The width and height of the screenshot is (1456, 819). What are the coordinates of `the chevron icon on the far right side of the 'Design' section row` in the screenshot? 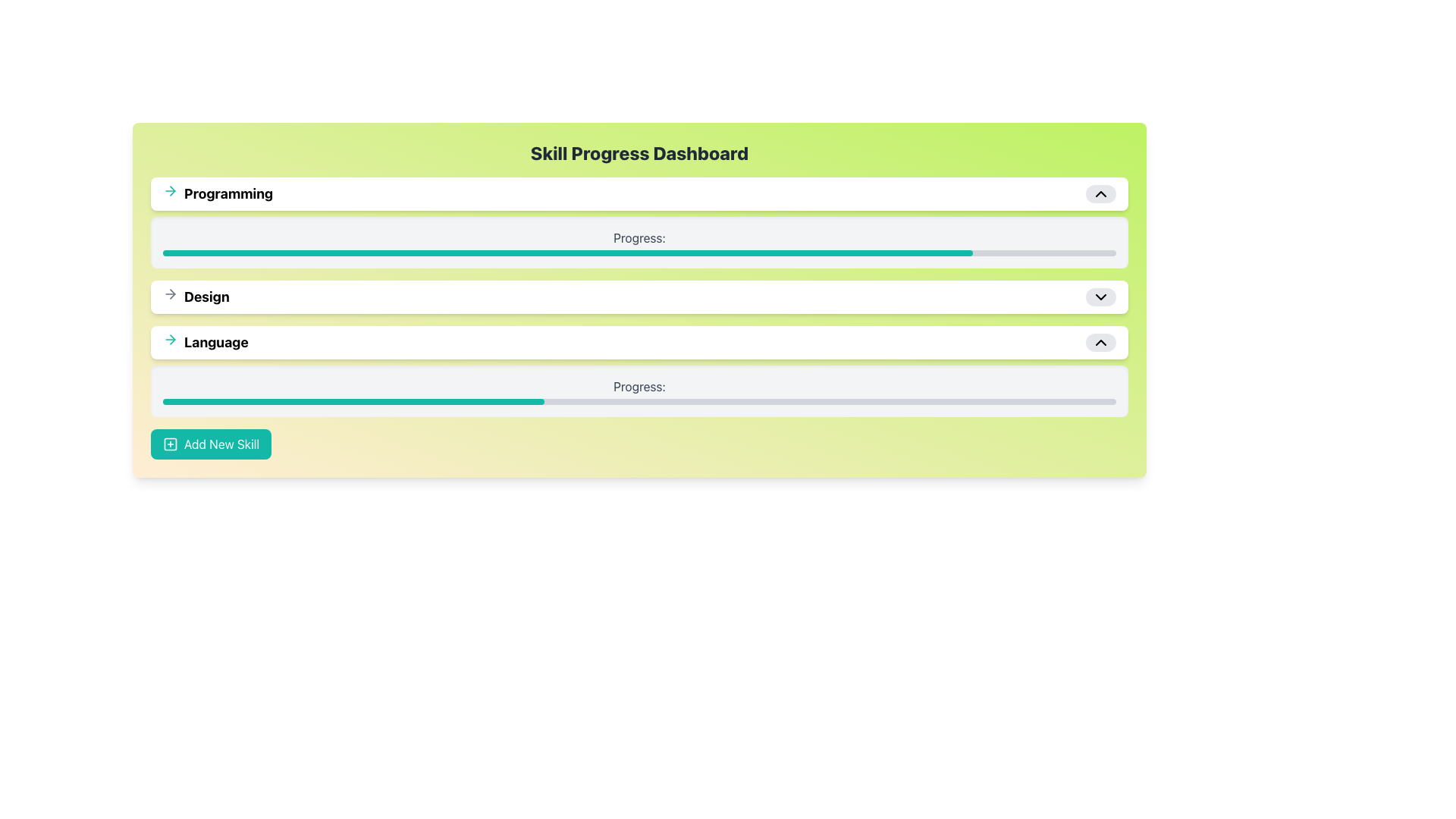 It's located at (1100, 297).